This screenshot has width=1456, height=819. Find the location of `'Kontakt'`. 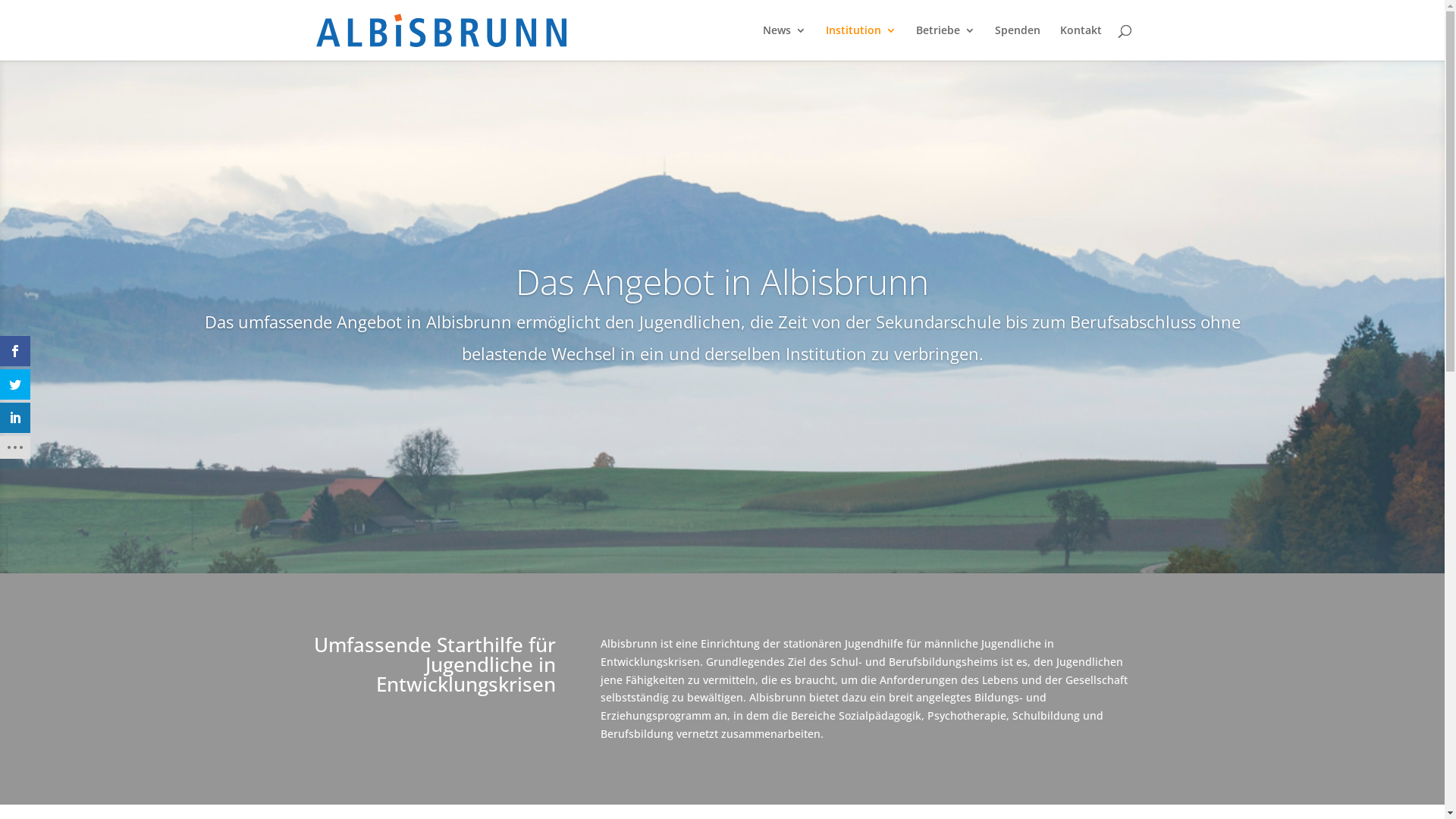

'Kontakt' is located at coordinates (1059, 42).